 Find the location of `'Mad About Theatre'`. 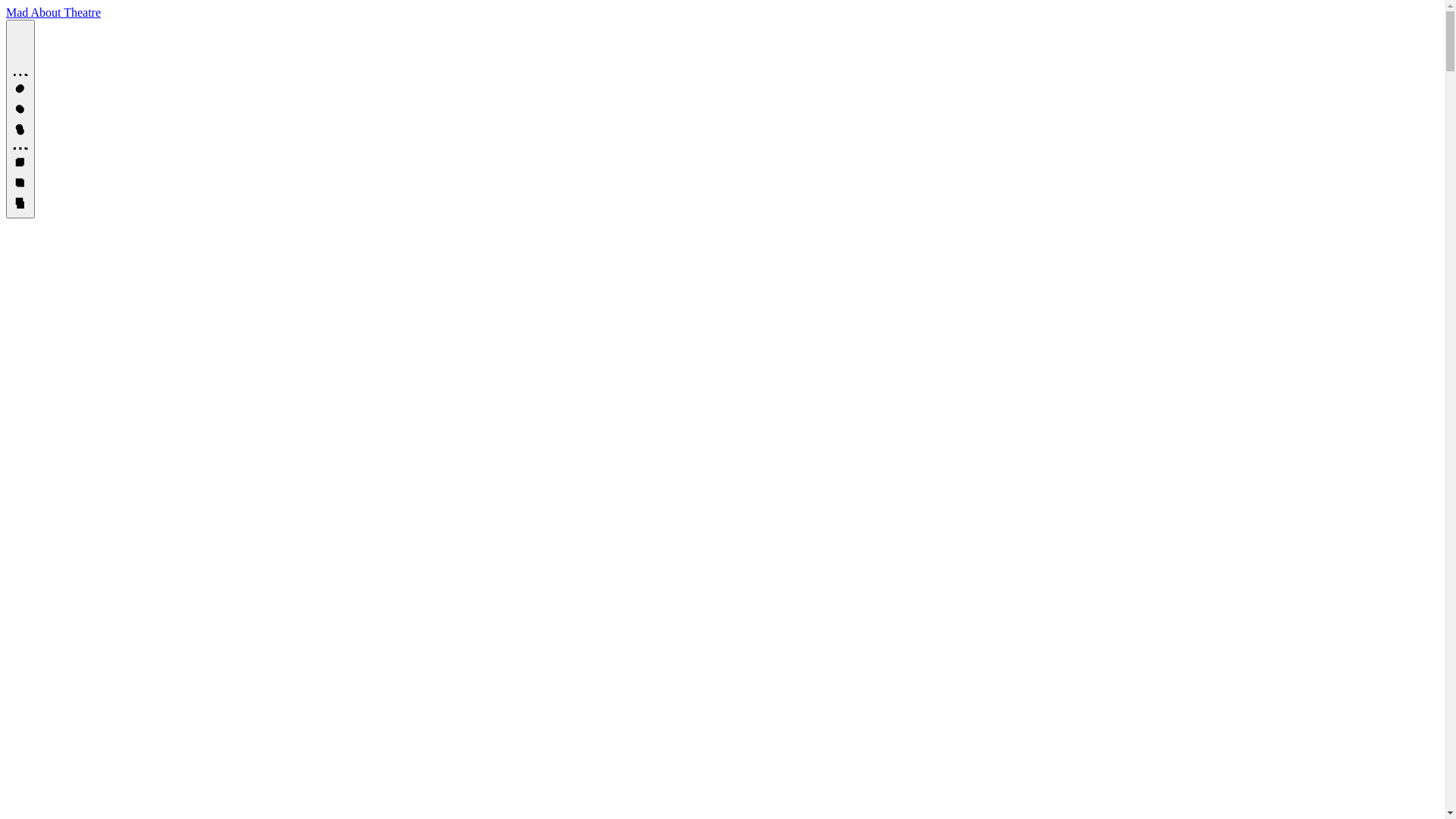

'Mad About Theatre' is located at coordinates (53, 12).